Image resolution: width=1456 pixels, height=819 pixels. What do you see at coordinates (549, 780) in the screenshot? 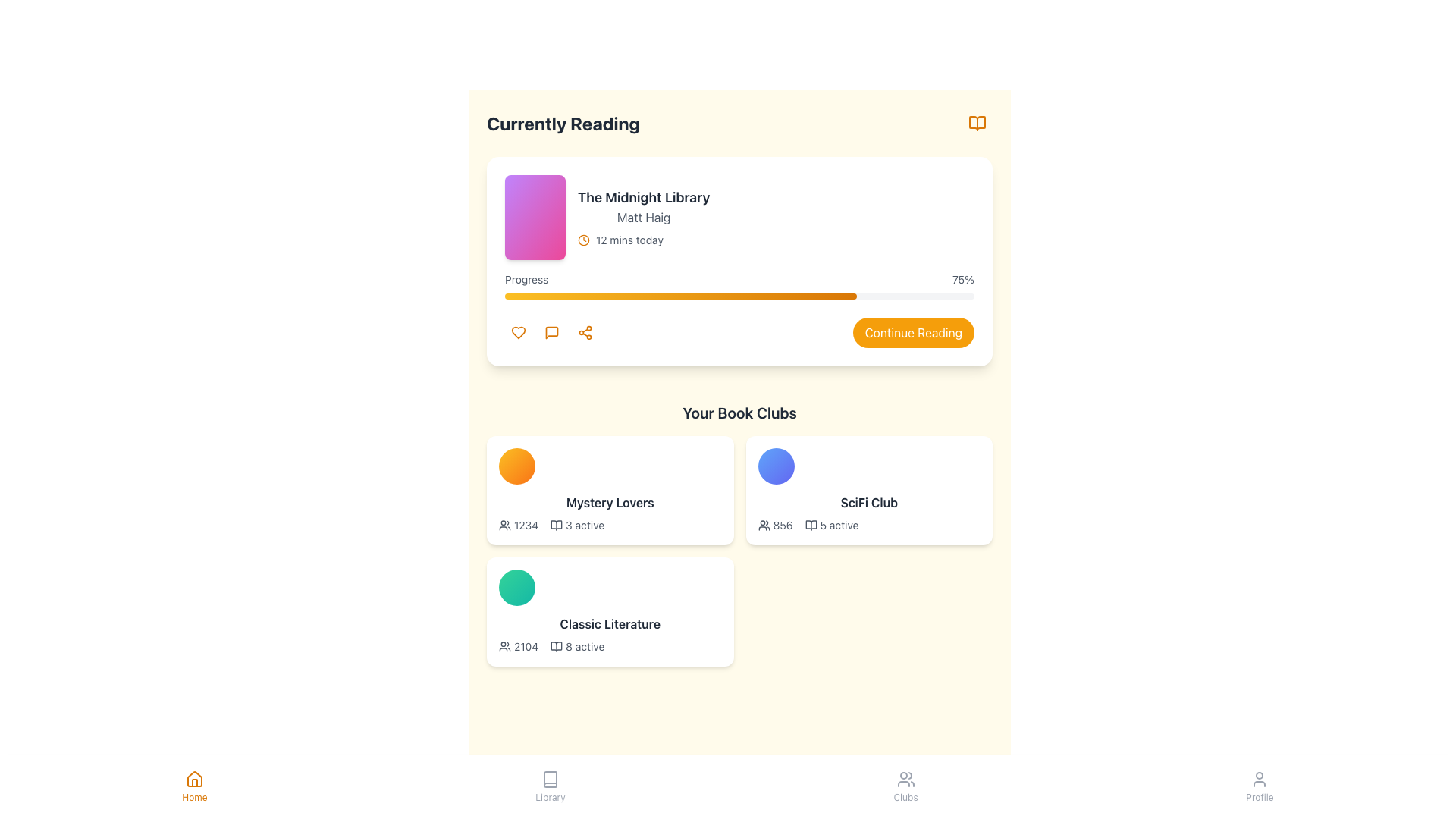
I see `the graphical book icon in the navigation bar` at bounding box center [549, 780].